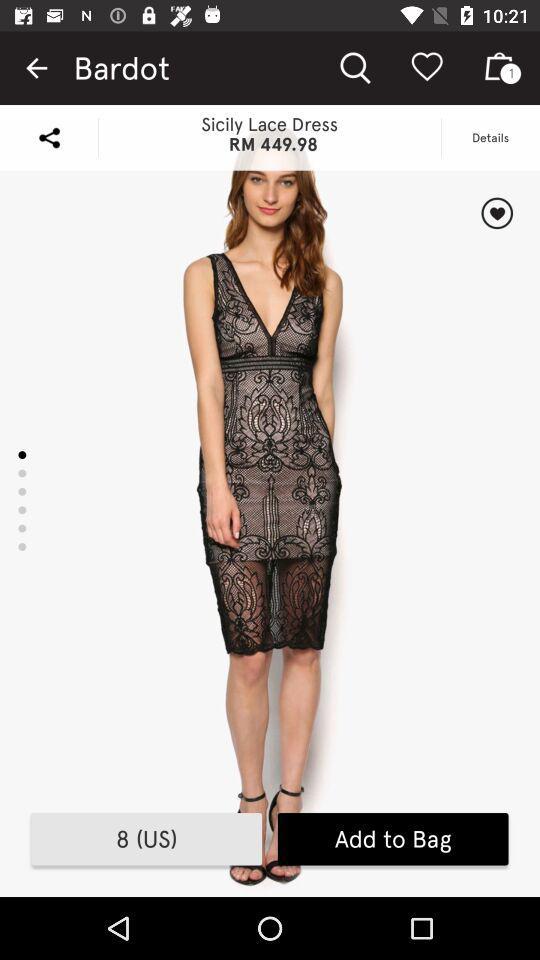 This screenshot has height=960, width=540. Describe the element at coordinates (489, 136) in the screenshot. I see `details item` at that location.